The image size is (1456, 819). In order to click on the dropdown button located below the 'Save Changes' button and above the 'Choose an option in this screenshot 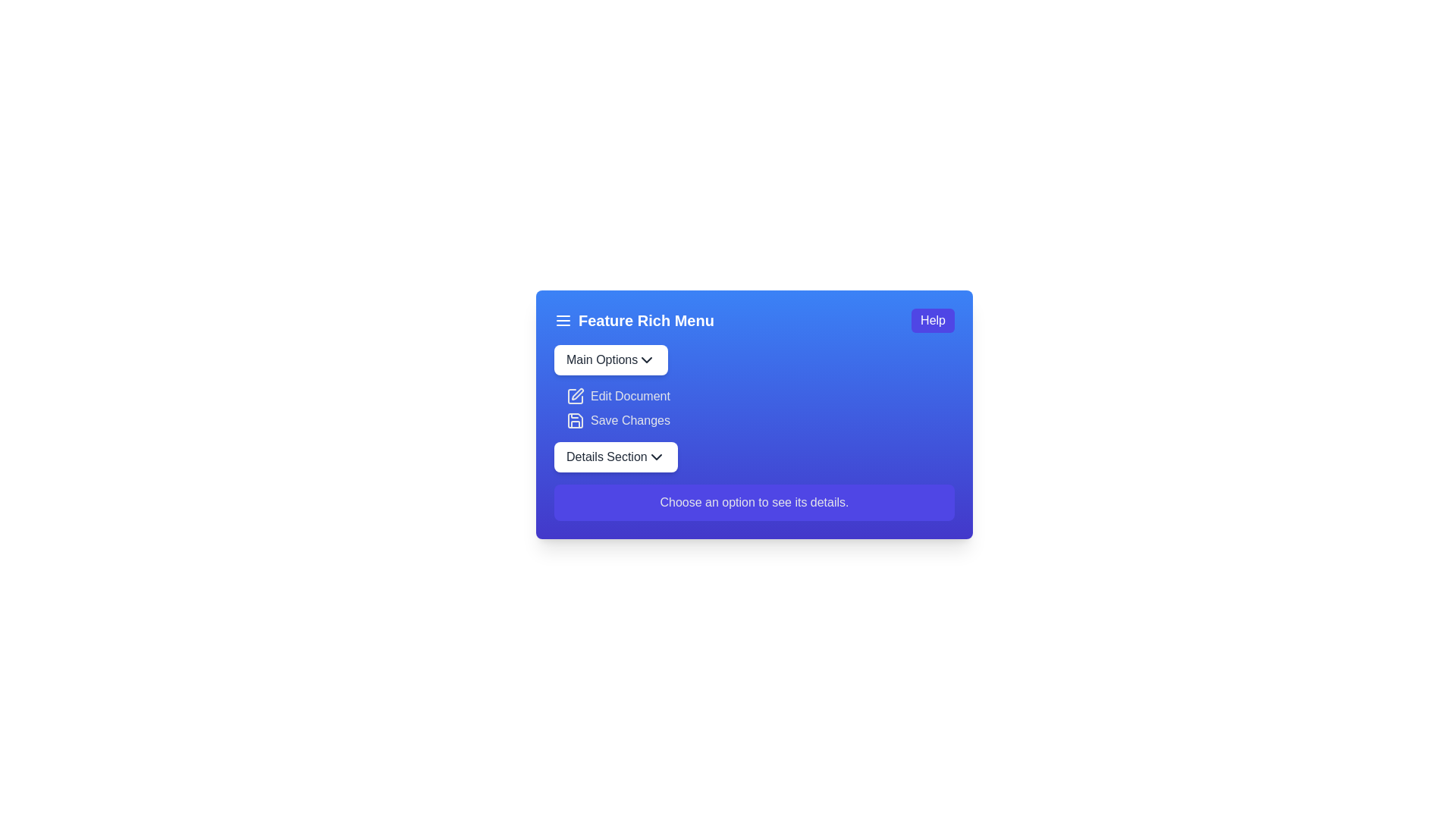, I will do `click(616, 456)`.